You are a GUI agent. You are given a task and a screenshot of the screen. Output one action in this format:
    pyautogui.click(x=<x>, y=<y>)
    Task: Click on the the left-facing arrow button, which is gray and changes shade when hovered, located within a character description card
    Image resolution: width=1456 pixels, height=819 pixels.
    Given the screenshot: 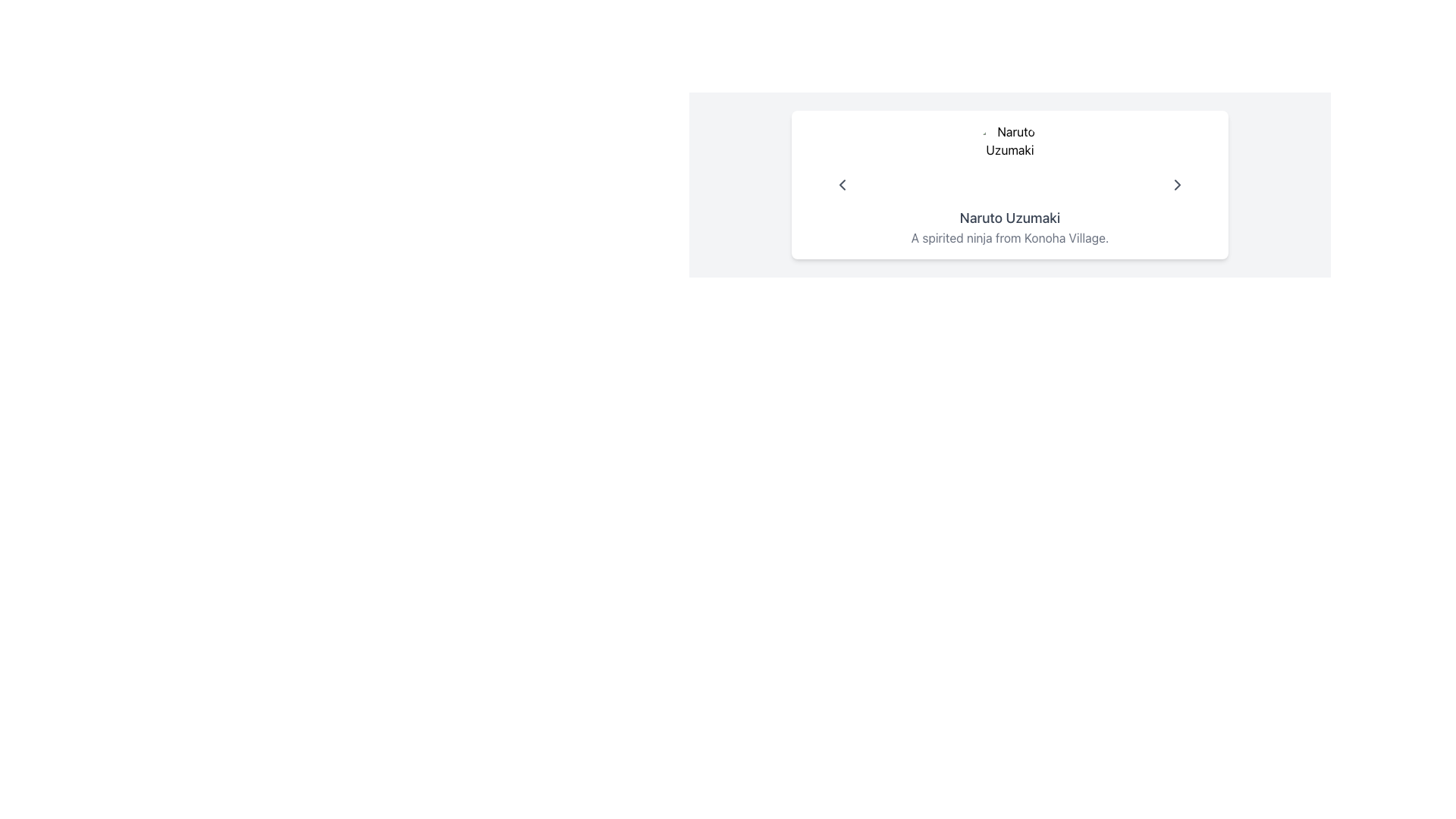 What is the action you would take?
    pyautogui.click(x=842, y=184)
    